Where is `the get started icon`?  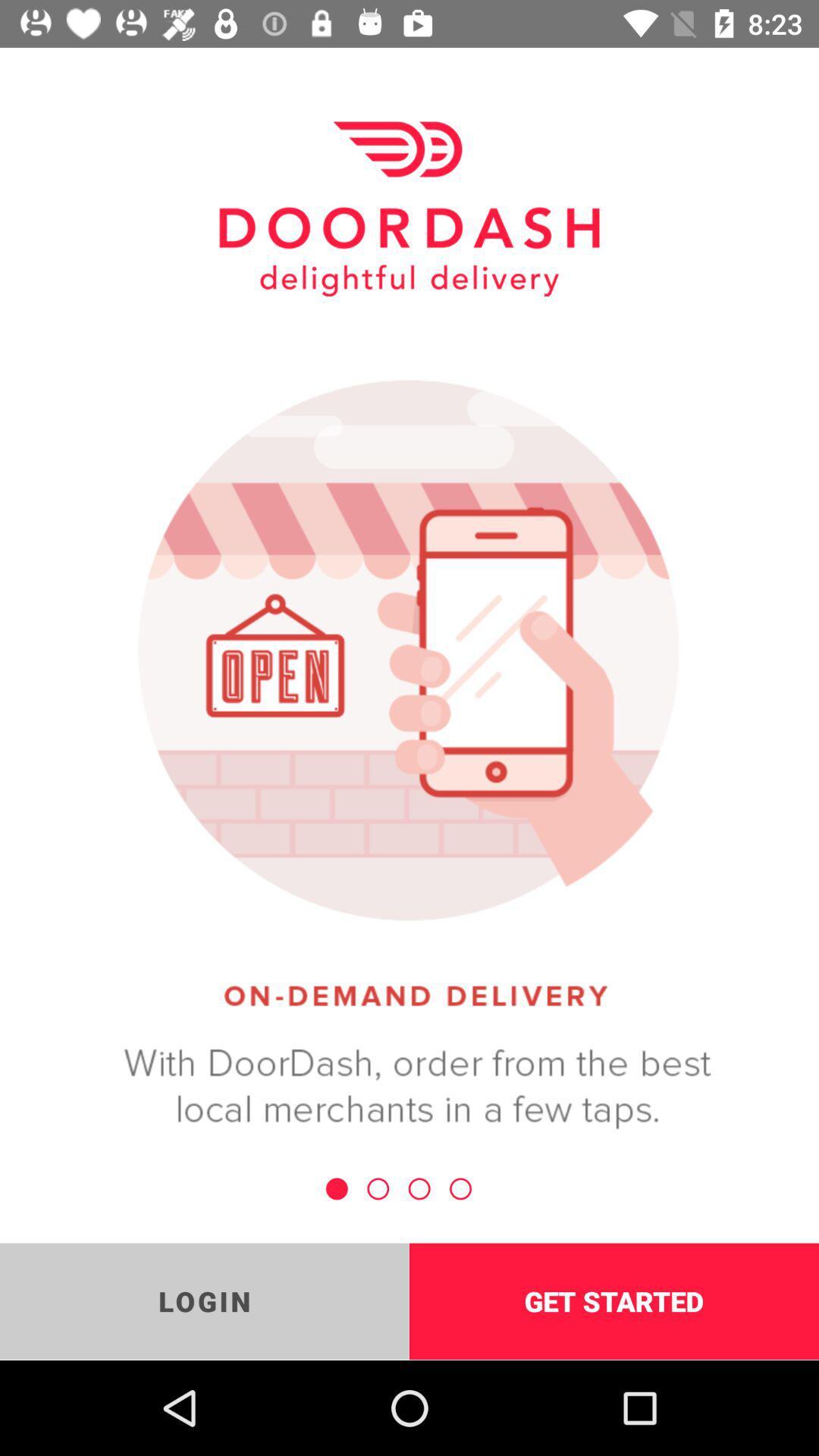 the get started icon is located at coordinates (614, 1301).